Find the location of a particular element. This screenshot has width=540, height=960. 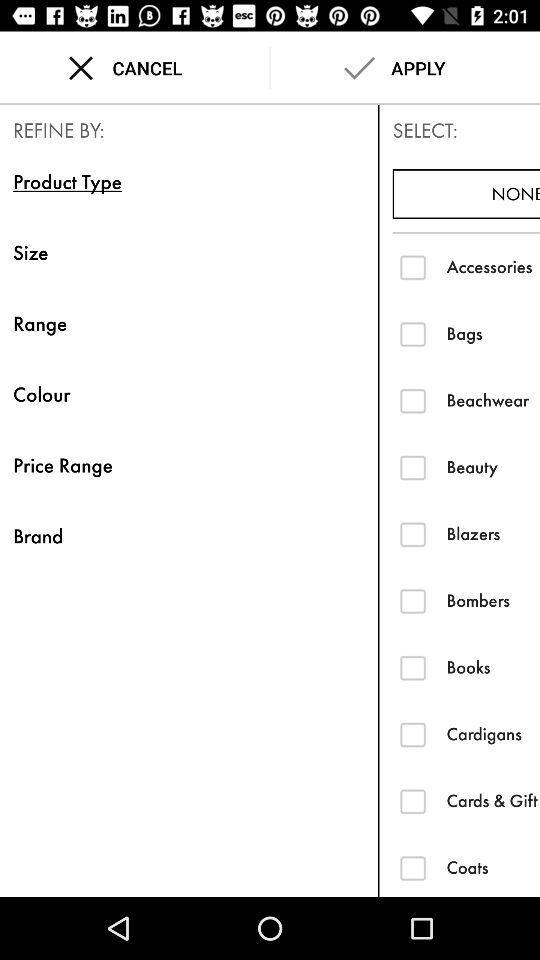

product type is located at coordinates (412, 266).